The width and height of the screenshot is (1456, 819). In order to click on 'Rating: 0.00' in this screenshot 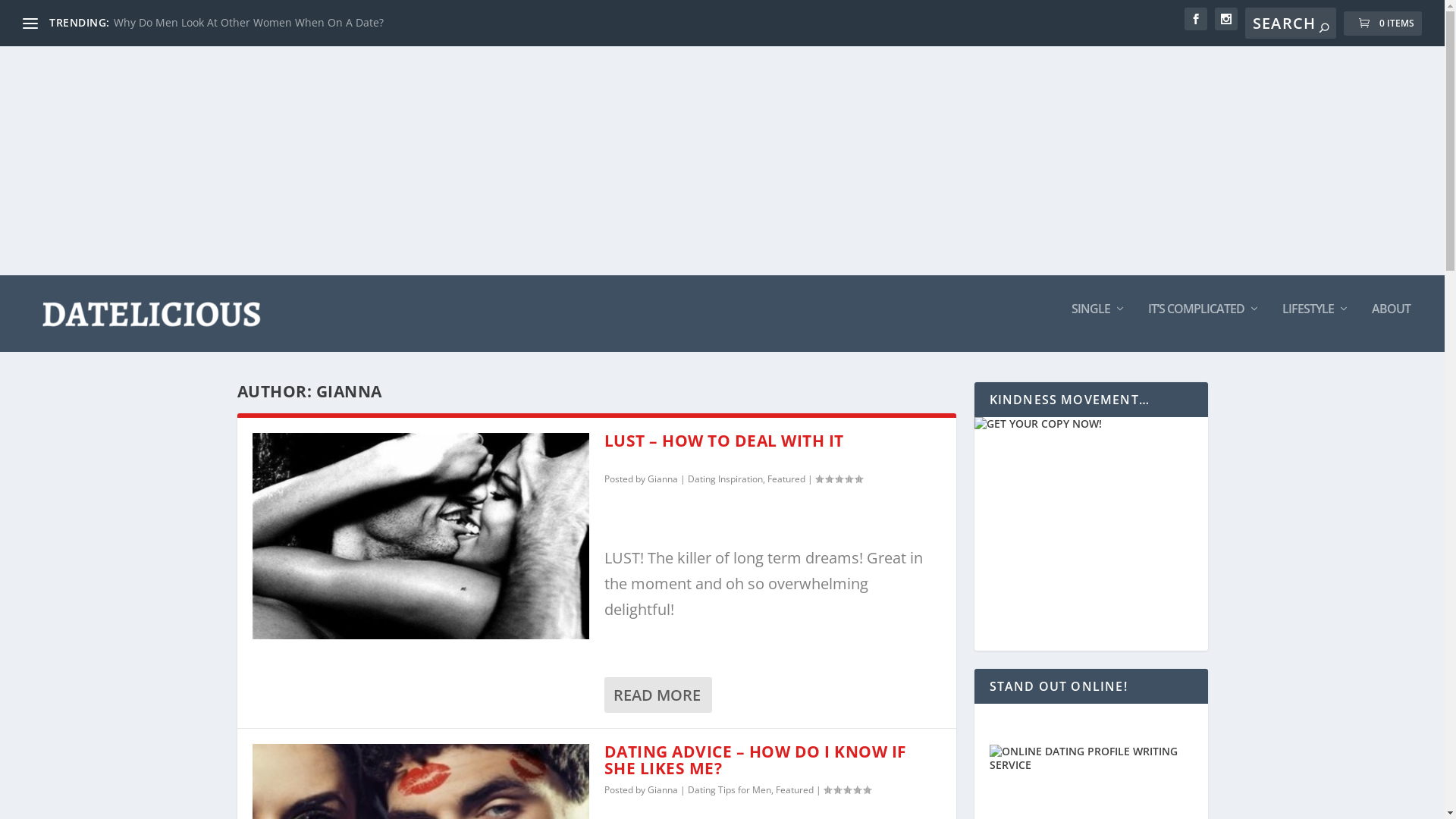, I will do `click(836, 479)`.